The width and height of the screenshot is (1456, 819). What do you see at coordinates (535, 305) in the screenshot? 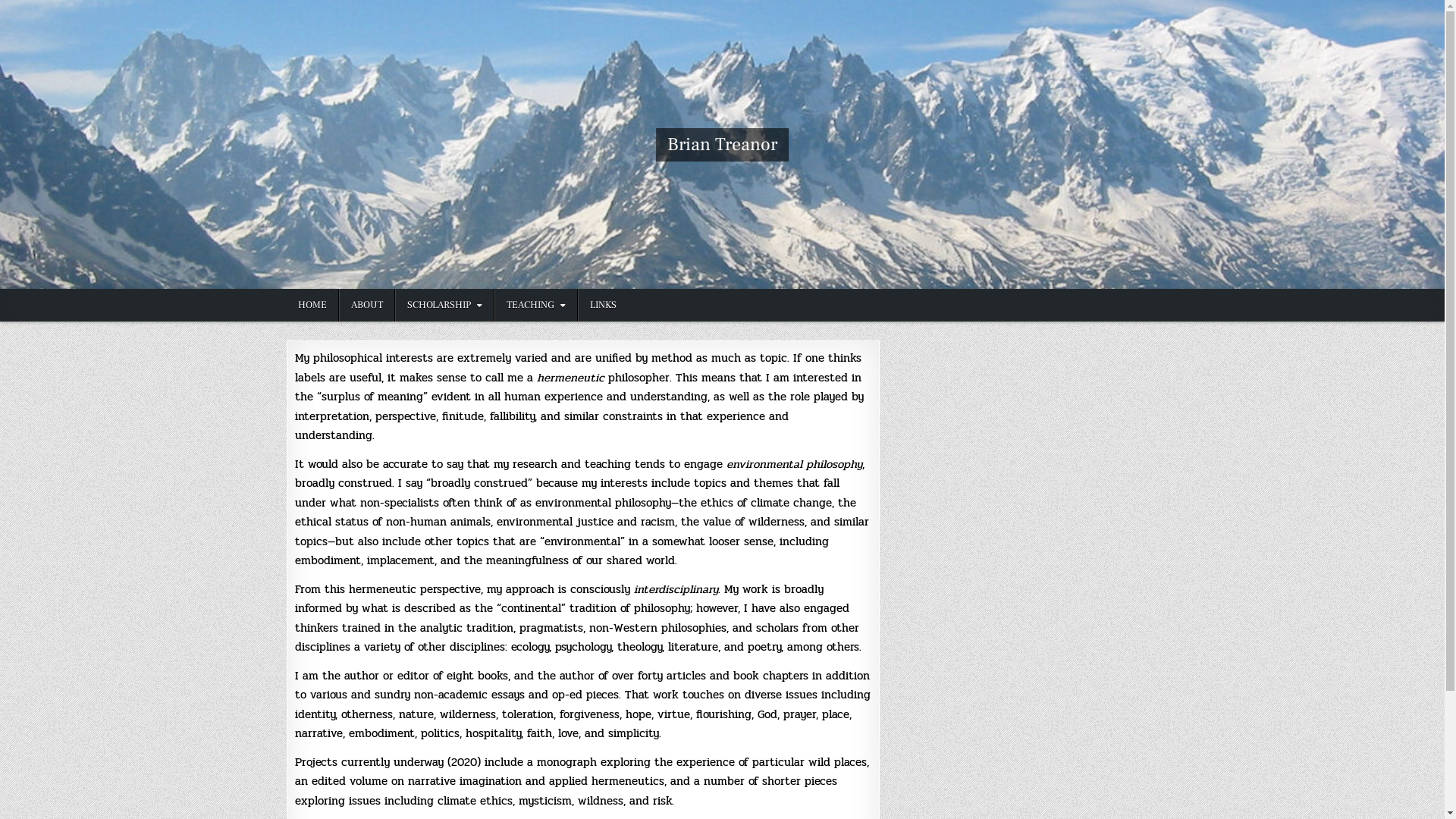
I see `'TEACHING'` at bounding box center [535, 305].